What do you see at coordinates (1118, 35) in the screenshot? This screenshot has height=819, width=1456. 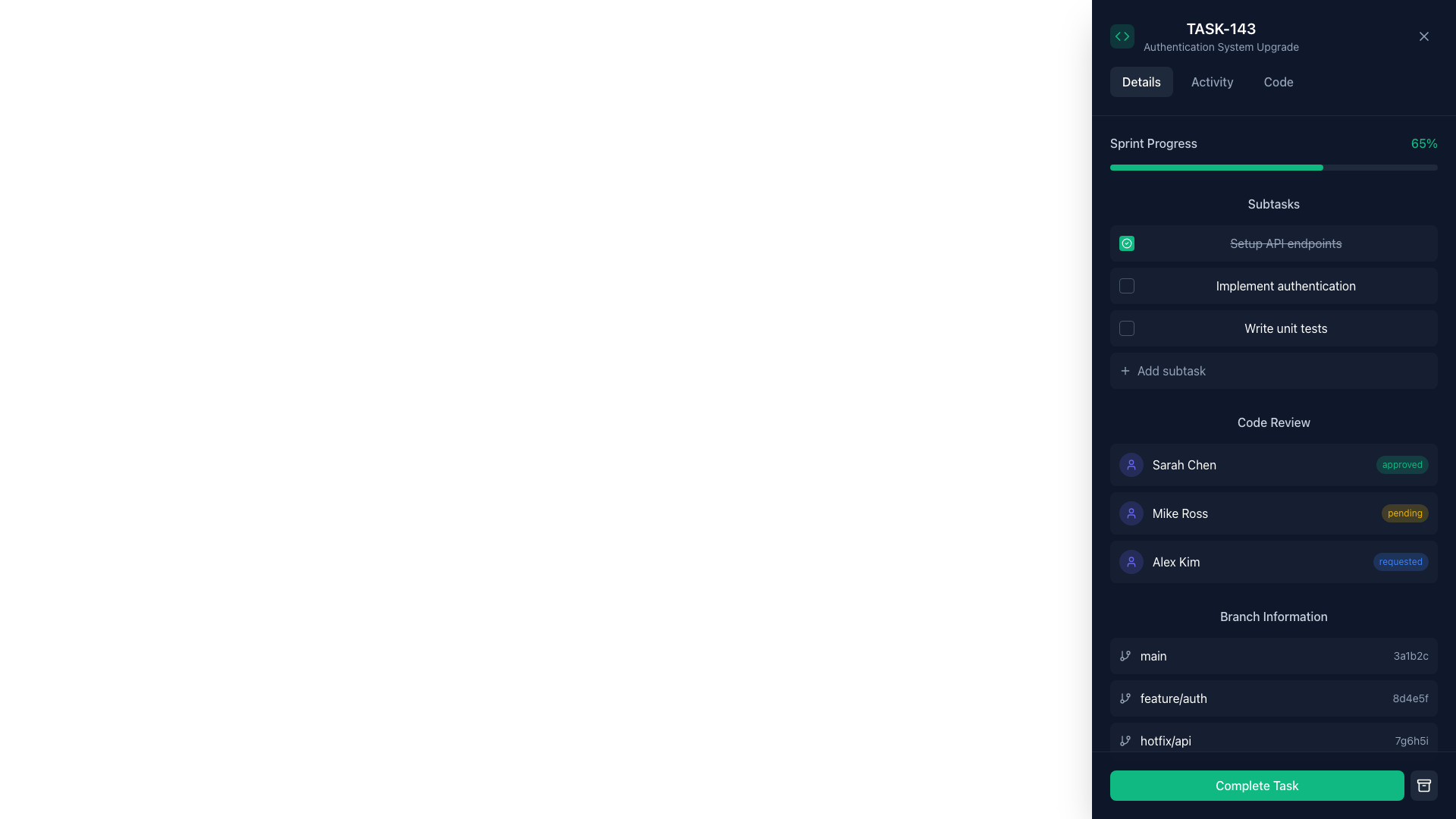 I see `the left navigation arrow icon` at bounding box center [1118, 35].